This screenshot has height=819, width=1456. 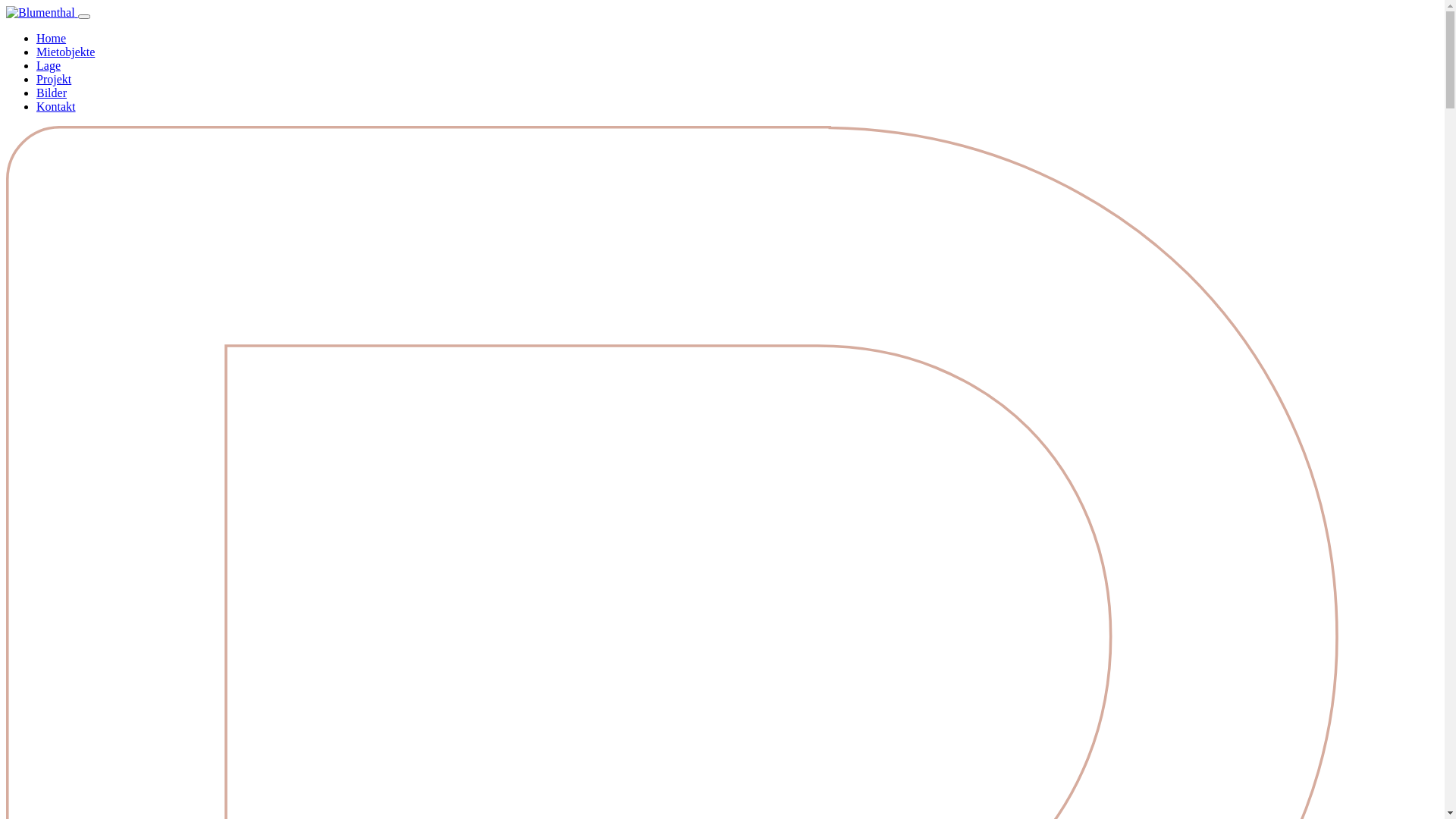 I want to click on 'Kontakt', so click(x=36, y=105).